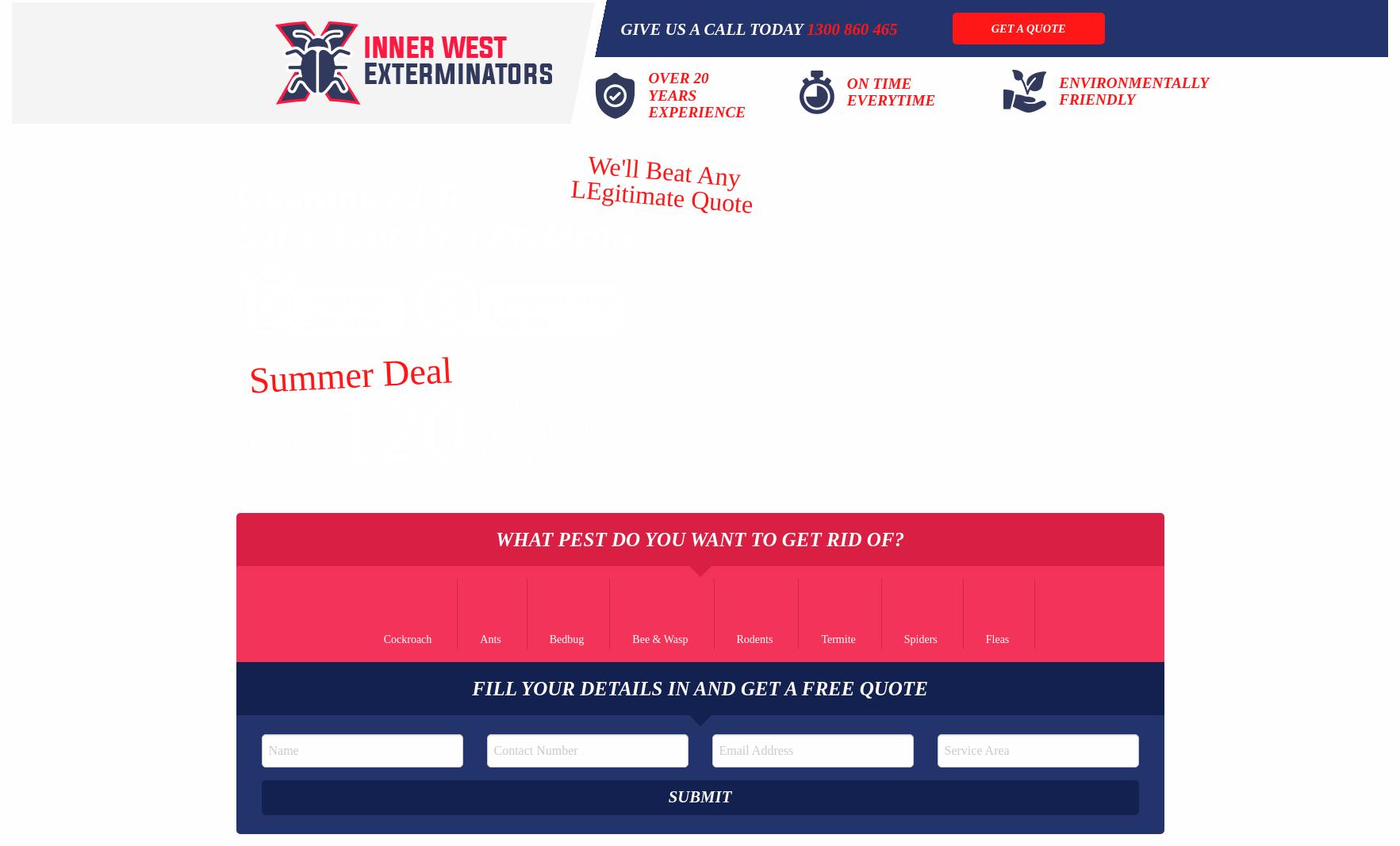 This screenshot has height=846, width=1400. Describe the element at coordinates (313, 415) in the screenshot. I see `'$'` at that location.